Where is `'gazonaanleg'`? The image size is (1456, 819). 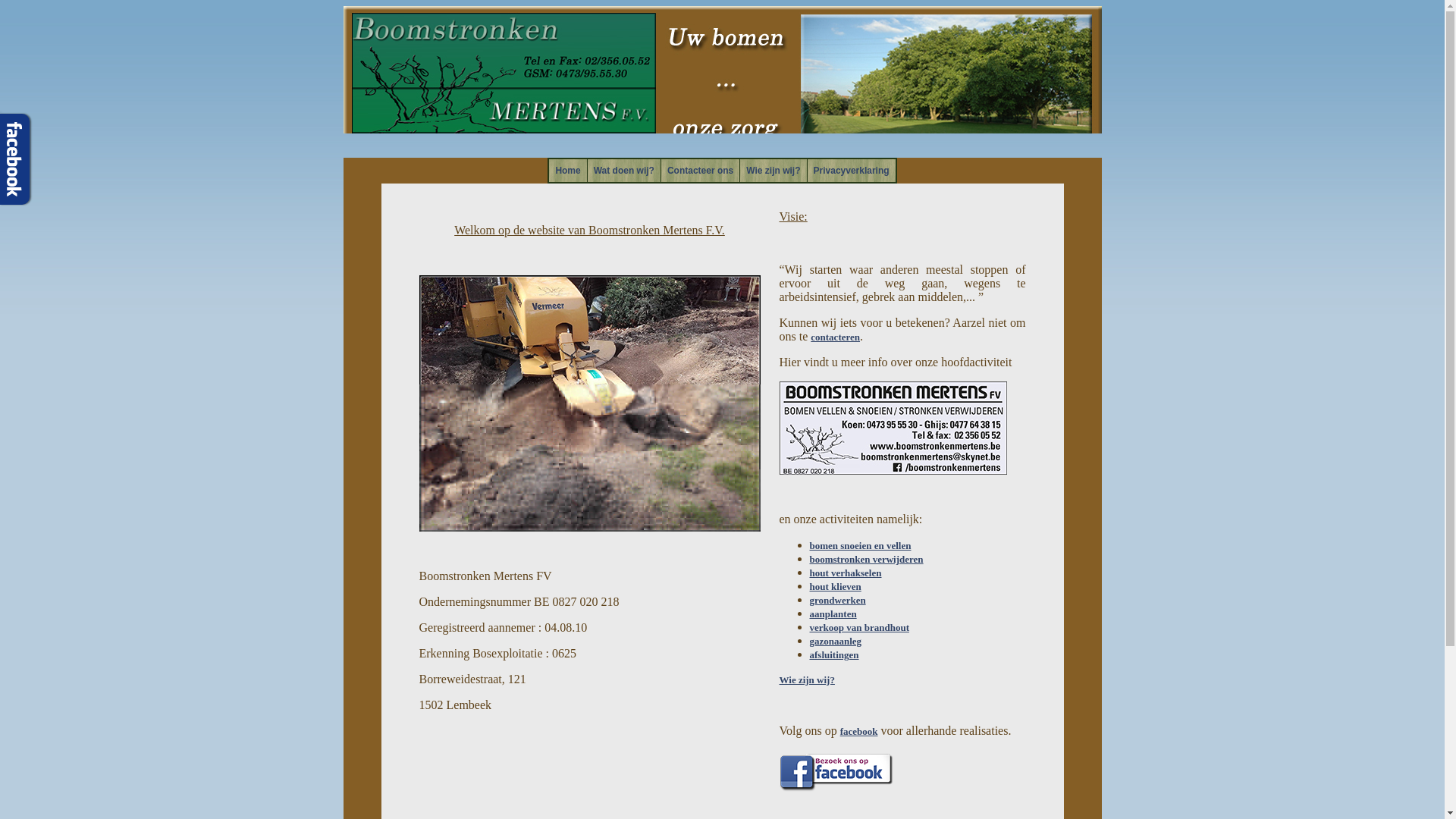
'gazonaanleg' is located at coordinates (835, 641).